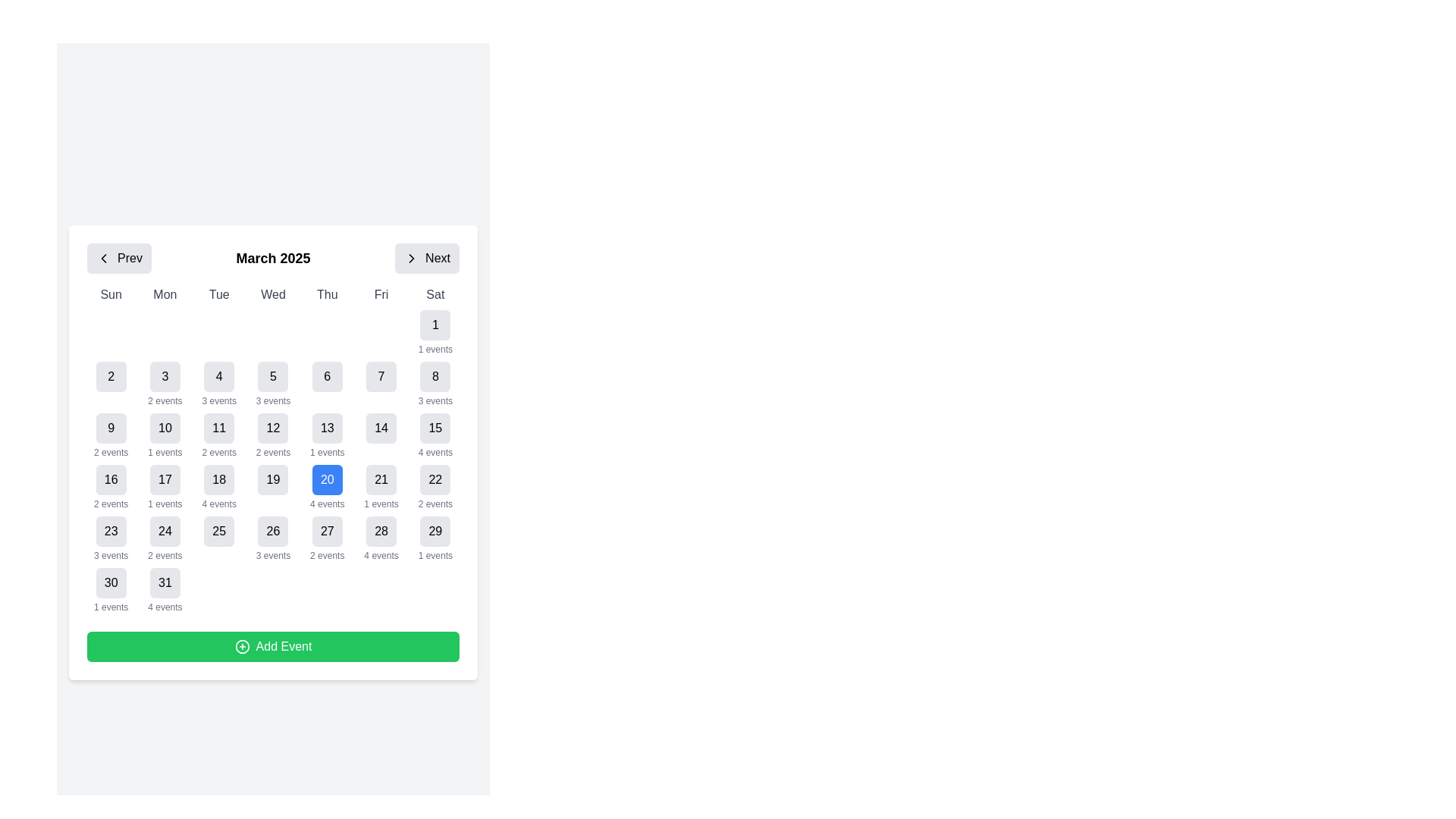  What do you see at coordinates (241, 646) in the screenshot?
I see `the circular SVG graphical element located at the center of the green button labeled 'Add Event'` at bounding box center [241, 646].